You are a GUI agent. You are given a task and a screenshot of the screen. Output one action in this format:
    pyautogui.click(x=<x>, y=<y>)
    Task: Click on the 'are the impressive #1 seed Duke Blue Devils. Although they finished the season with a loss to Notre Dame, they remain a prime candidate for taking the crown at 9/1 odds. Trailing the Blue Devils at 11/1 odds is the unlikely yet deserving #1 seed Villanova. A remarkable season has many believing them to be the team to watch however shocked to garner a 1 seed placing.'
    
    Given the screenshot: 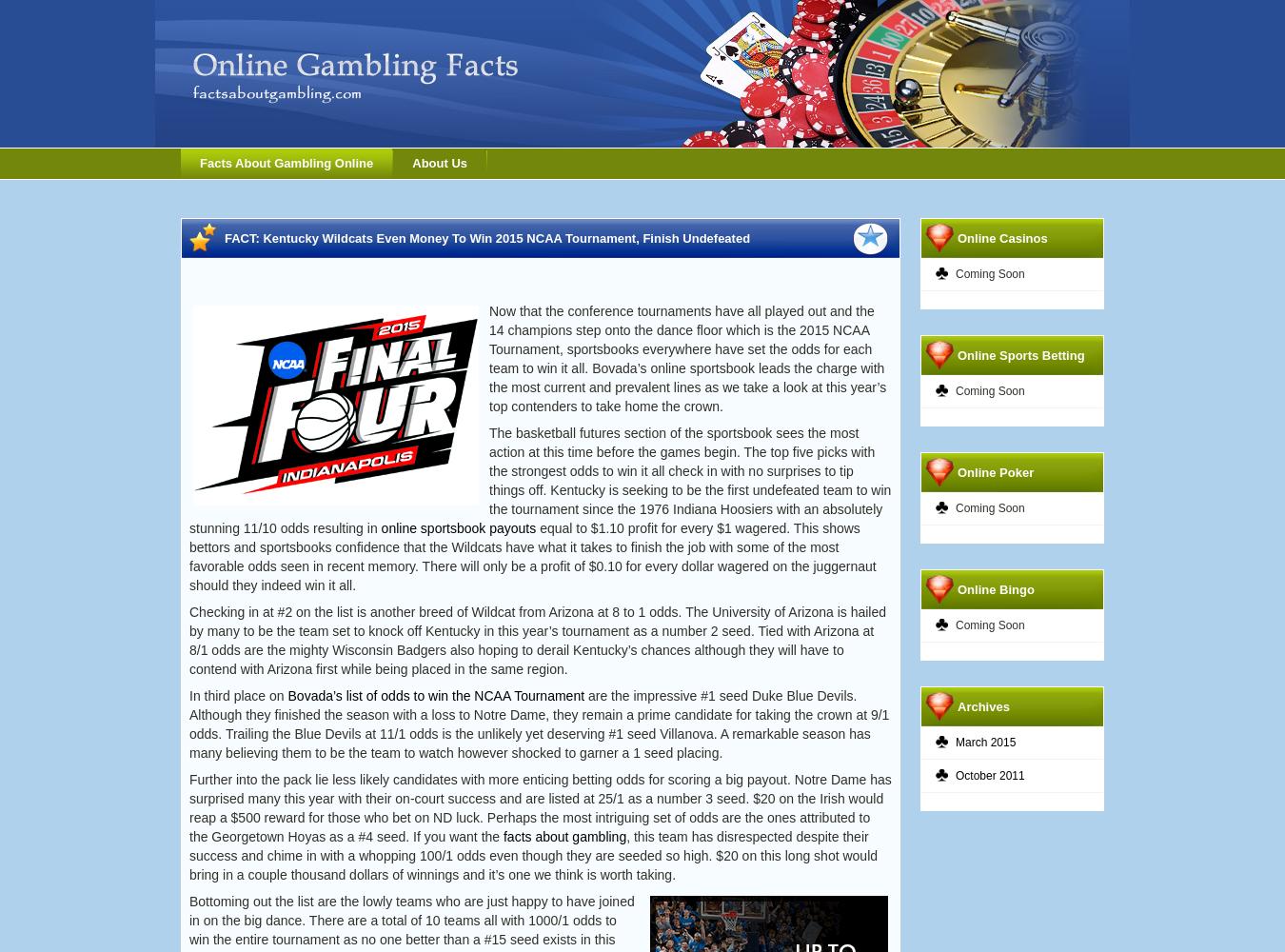 What is the action you would take?
    pyautogui.click(x=188, y=724)
    